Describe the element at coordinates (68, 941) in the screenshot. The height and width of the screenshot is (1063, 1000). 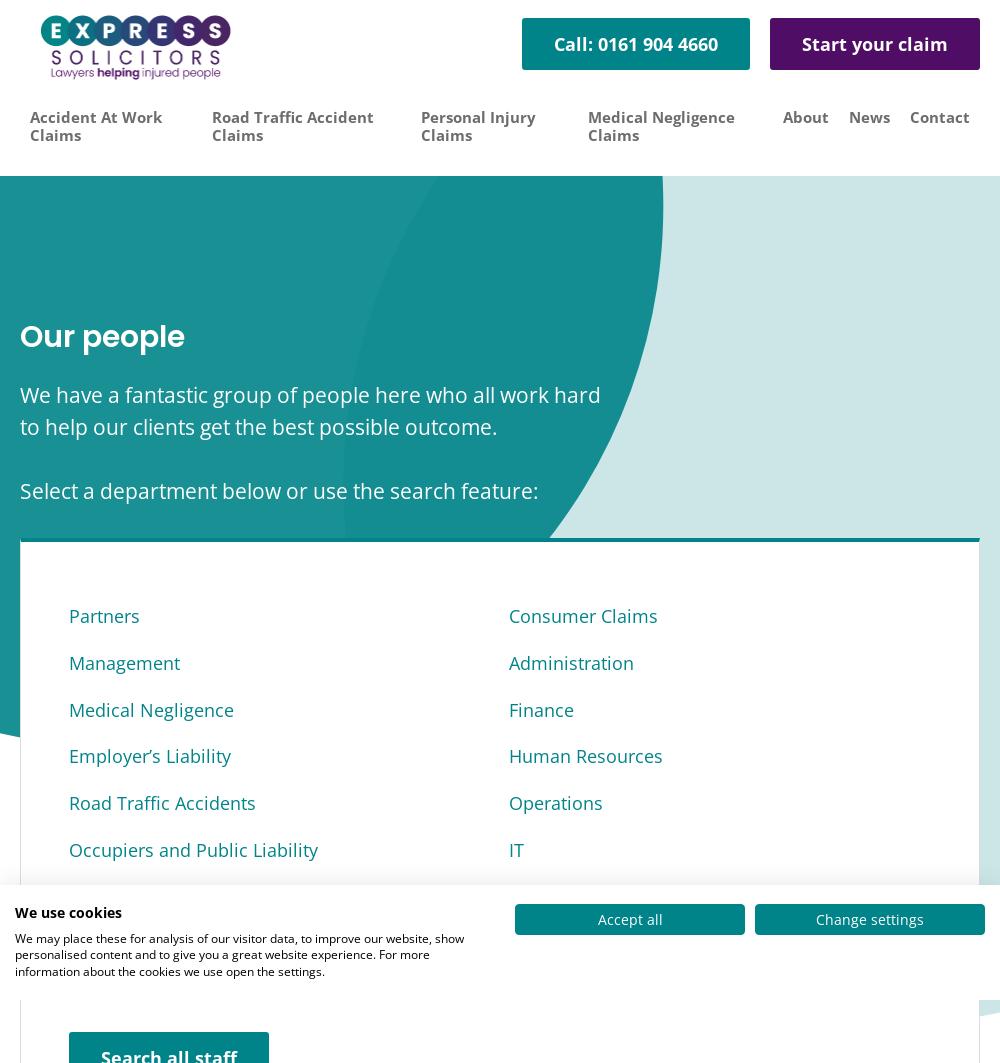
I see `'Advocacy'` at that location.